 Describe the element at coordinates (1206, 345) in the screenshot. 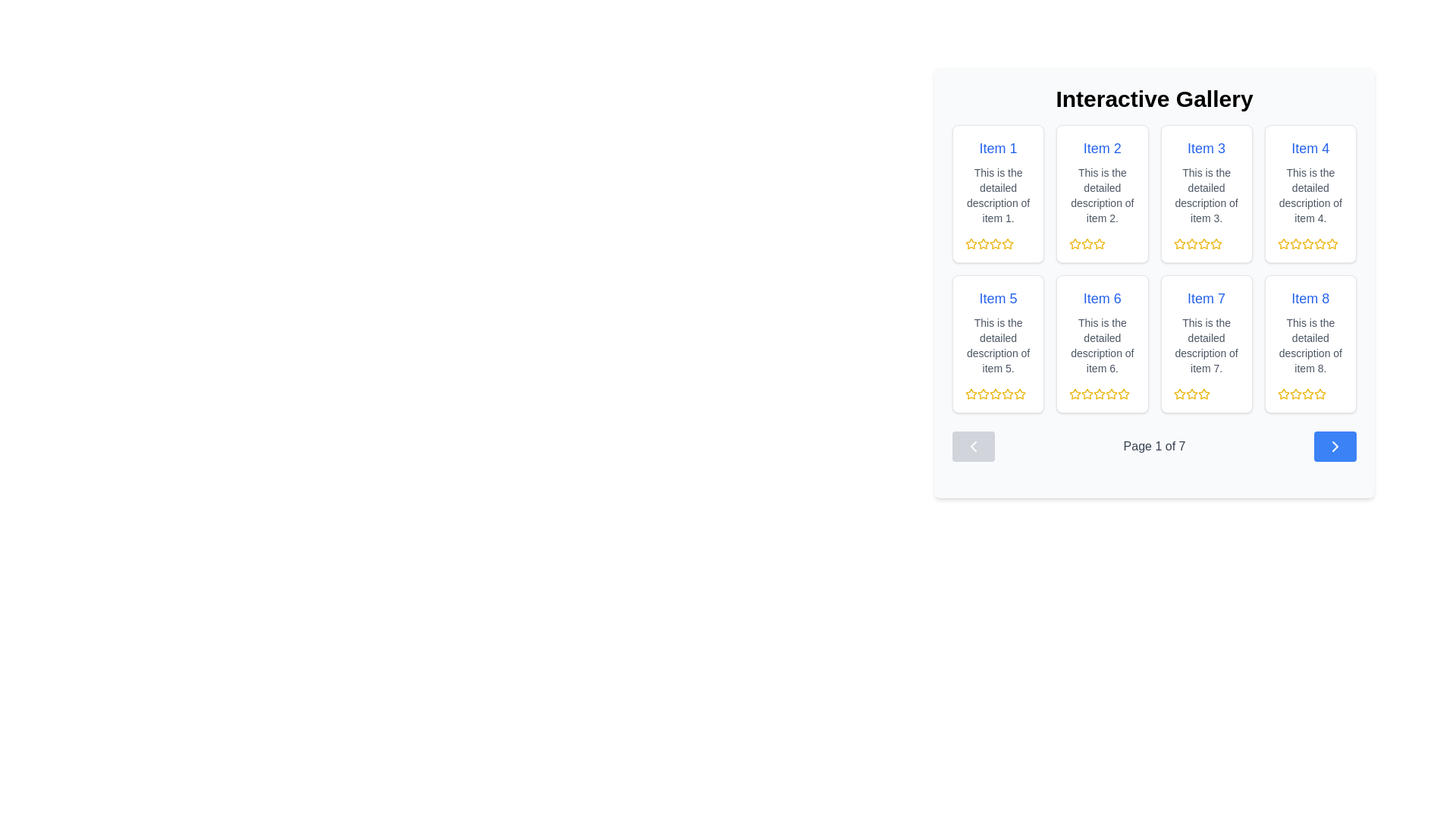

I see `the text label displaying 'This is the detailed description of item 7.' located within the card labeled 'Item 7'` at that location.